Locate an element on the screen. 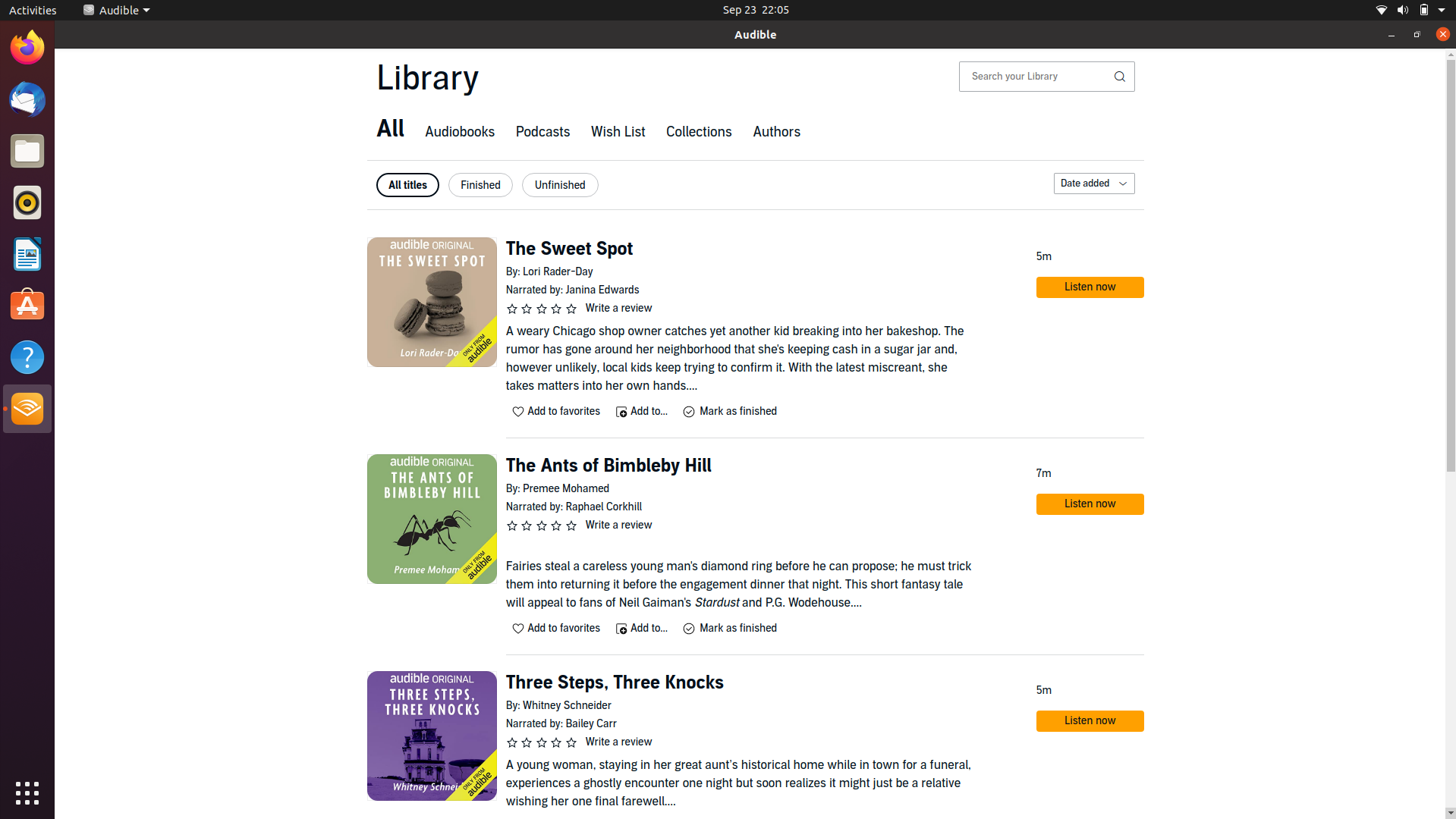 The height and width of the screenshot is (819, 1456). "The 7 Habits of Highly Effective People" in the database by typing in the search field is located at coordinates (1035, 76).